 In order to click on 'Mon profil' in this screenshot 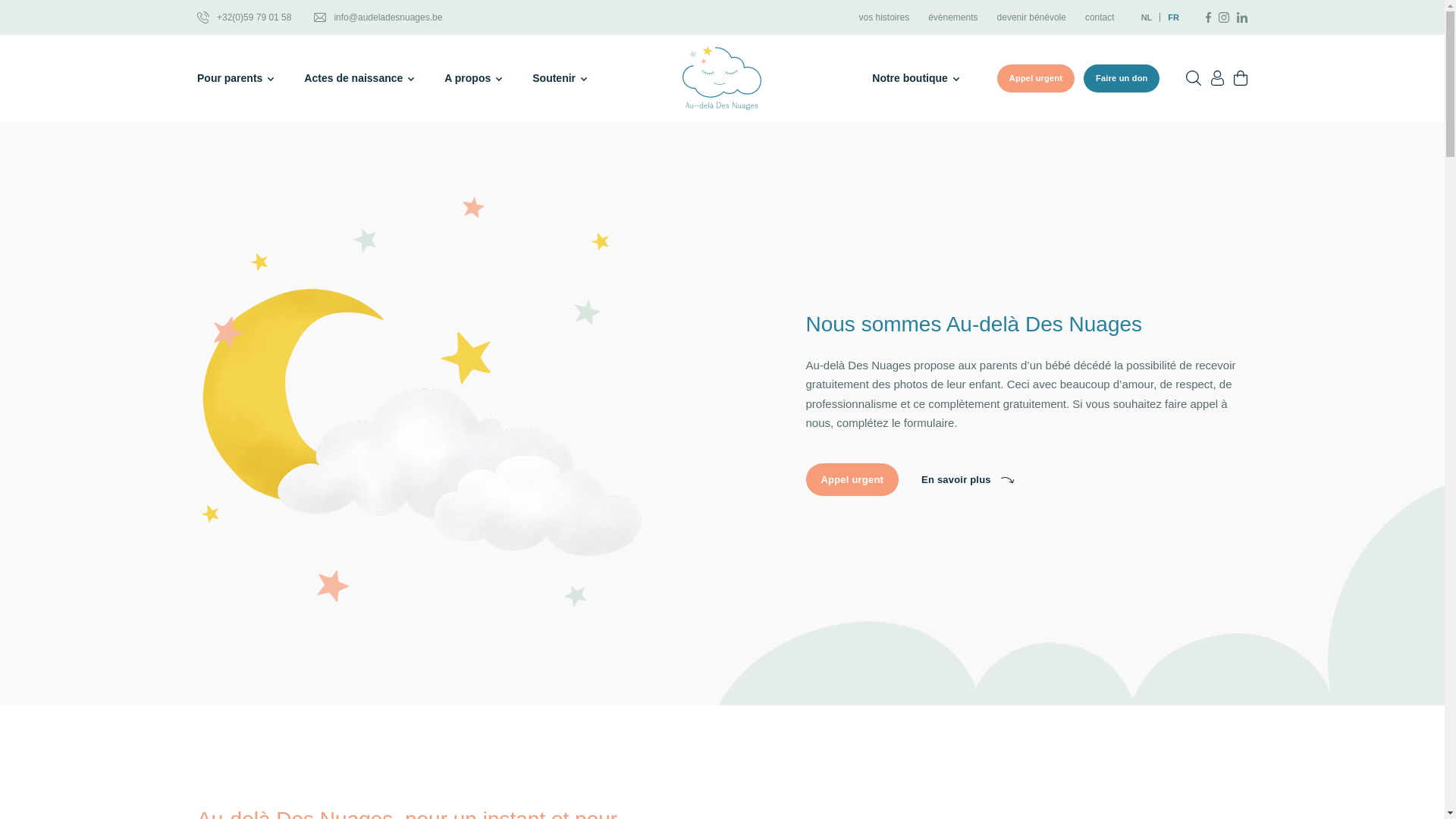, I will do `click(1217, 78)`.